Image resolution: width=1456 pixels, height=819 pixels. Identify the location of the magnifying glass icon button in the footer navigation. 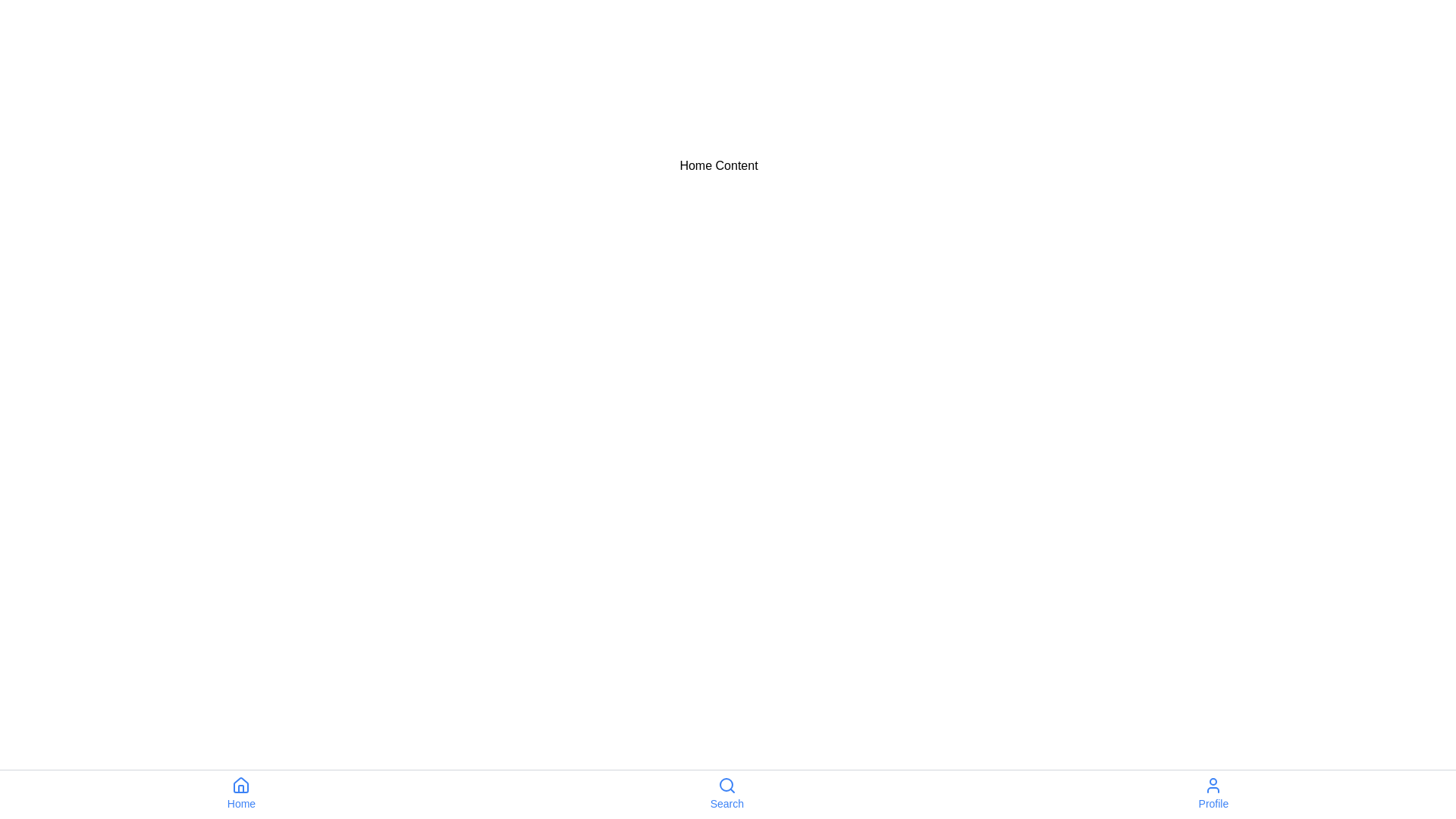
(726, 785).